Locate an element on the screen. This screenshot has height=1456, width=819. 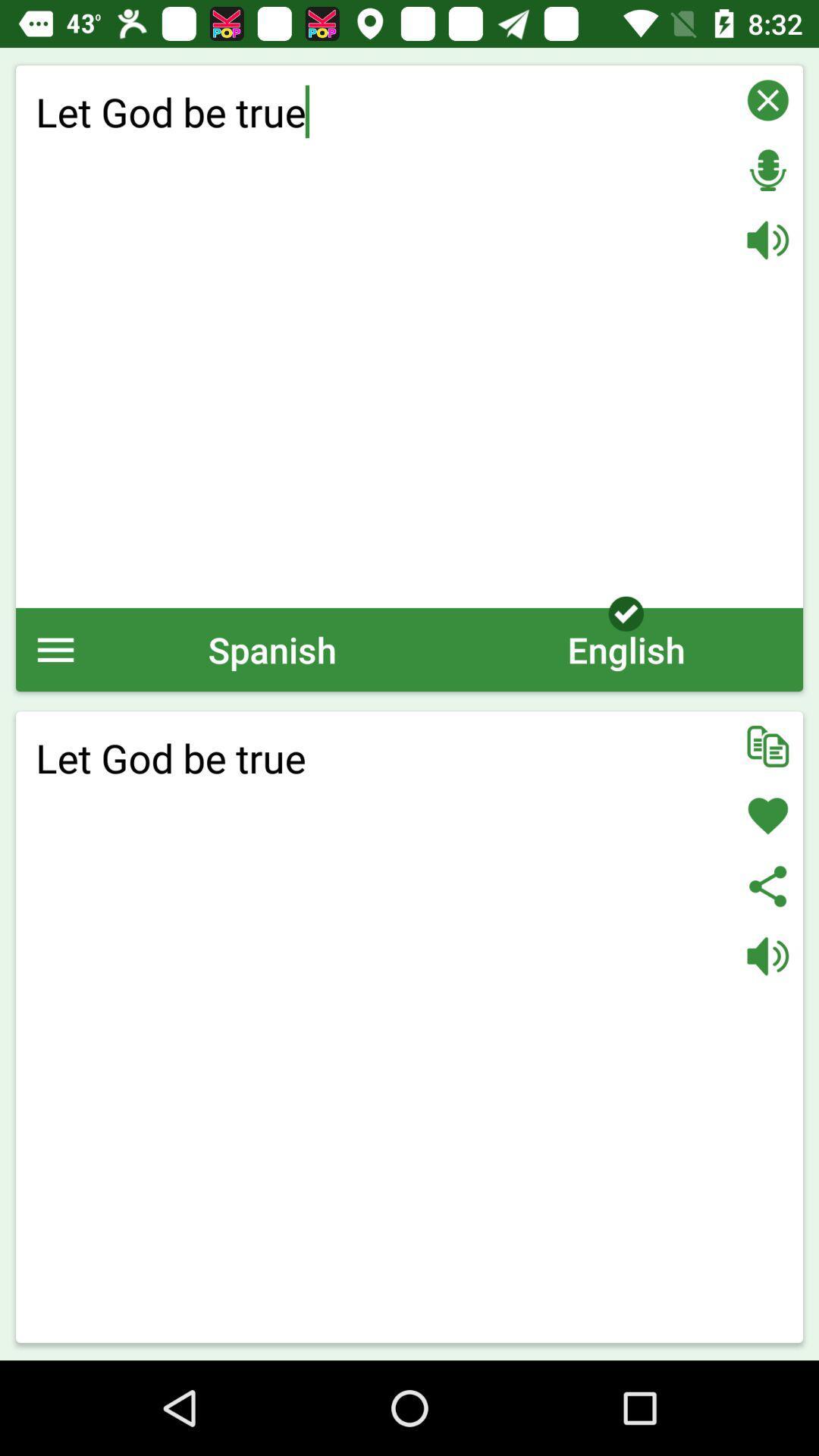
menu is located at coordinates (55, 649).